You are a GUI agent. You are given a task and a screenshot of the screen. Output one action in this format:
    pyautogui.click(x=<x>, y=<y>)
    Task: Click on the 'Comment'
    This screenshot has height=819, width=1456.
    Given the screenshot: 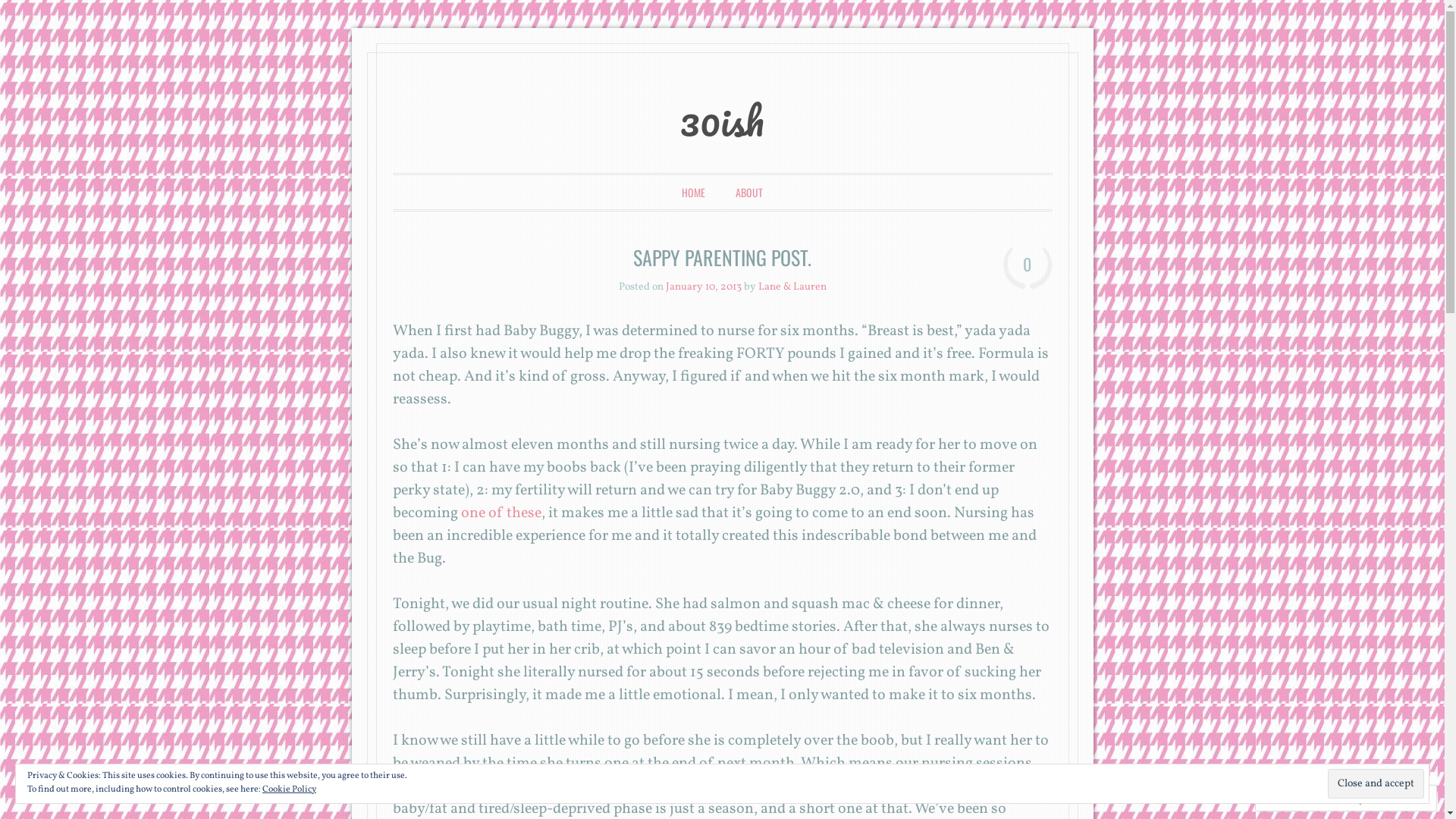 What is the action you would take?
    pyautogui.click(x=1295, y=797)
    